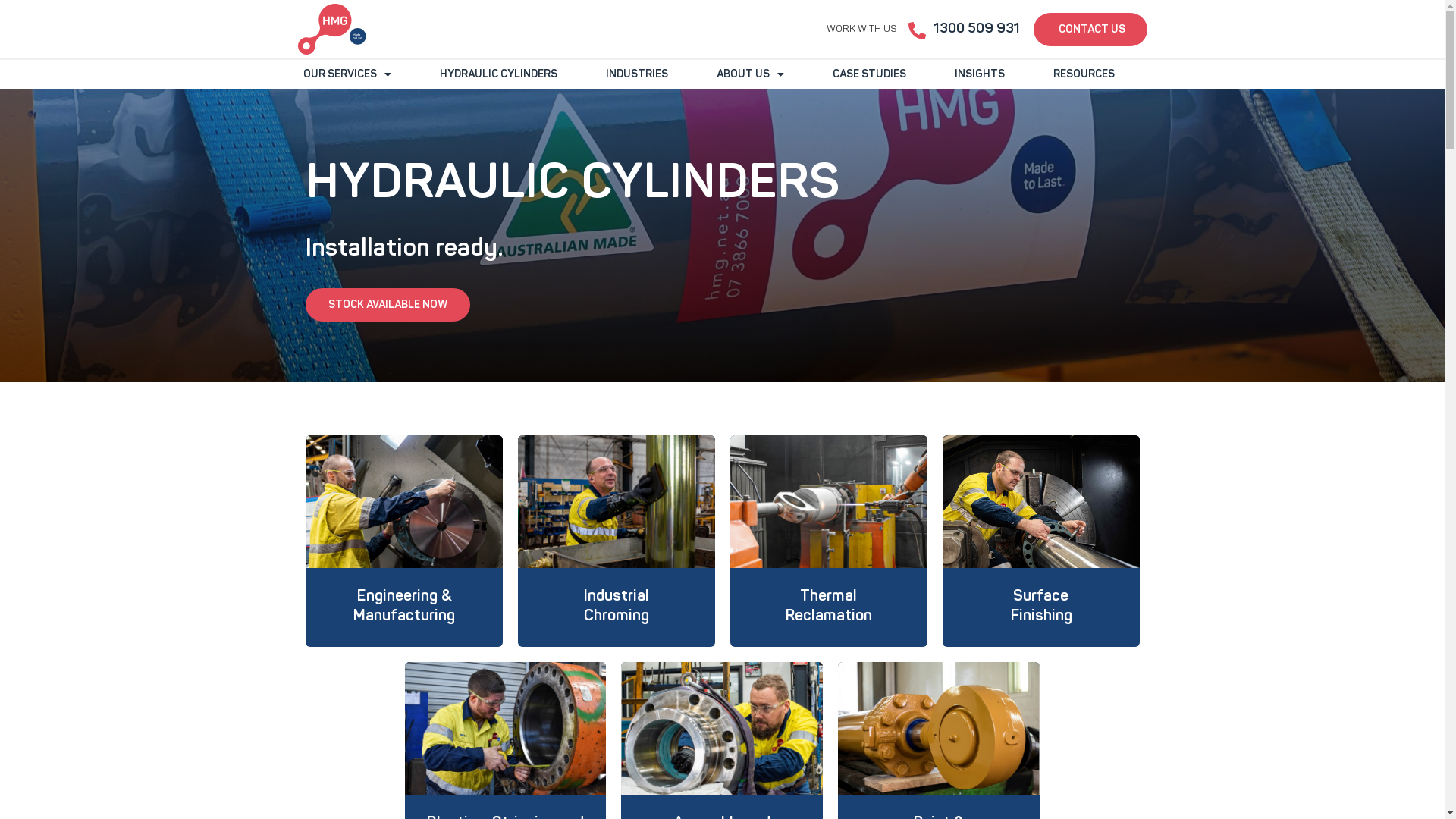 Image resolution: width=1456 pixels, height=819 pixels. Describe the element at coordinates (345, 74) in the screenshot. I see `'OUR SERVICES'` at that location.